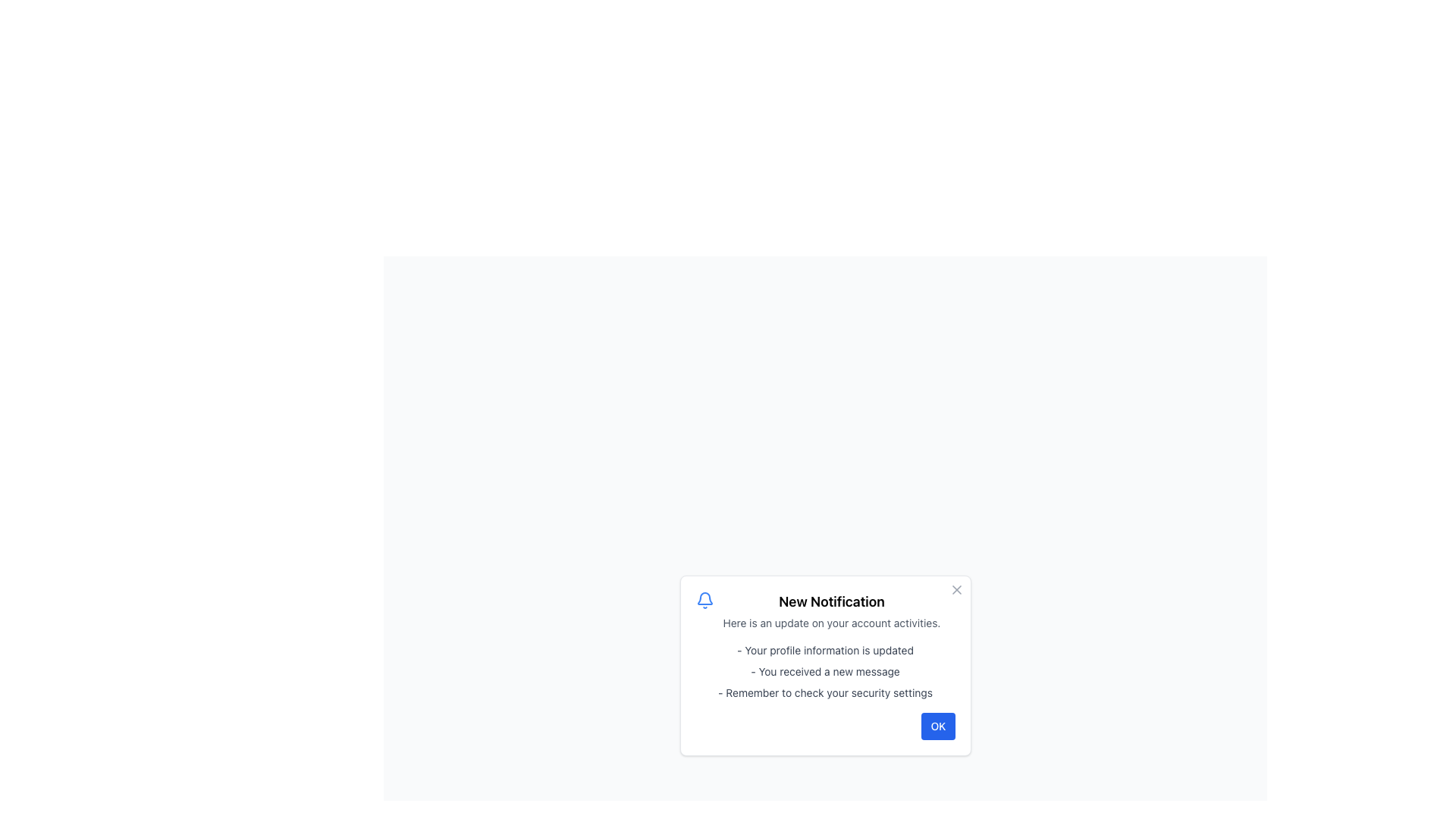 Image resolution: width=1456 pixels, height=819 pixels. Describe the element at coordinates (824, 693) in the screenshot. I see `text element that displays '- Remember to check your security settings' located in the notification popup, positioned below the second list item and above the 'OK' button` at that location.